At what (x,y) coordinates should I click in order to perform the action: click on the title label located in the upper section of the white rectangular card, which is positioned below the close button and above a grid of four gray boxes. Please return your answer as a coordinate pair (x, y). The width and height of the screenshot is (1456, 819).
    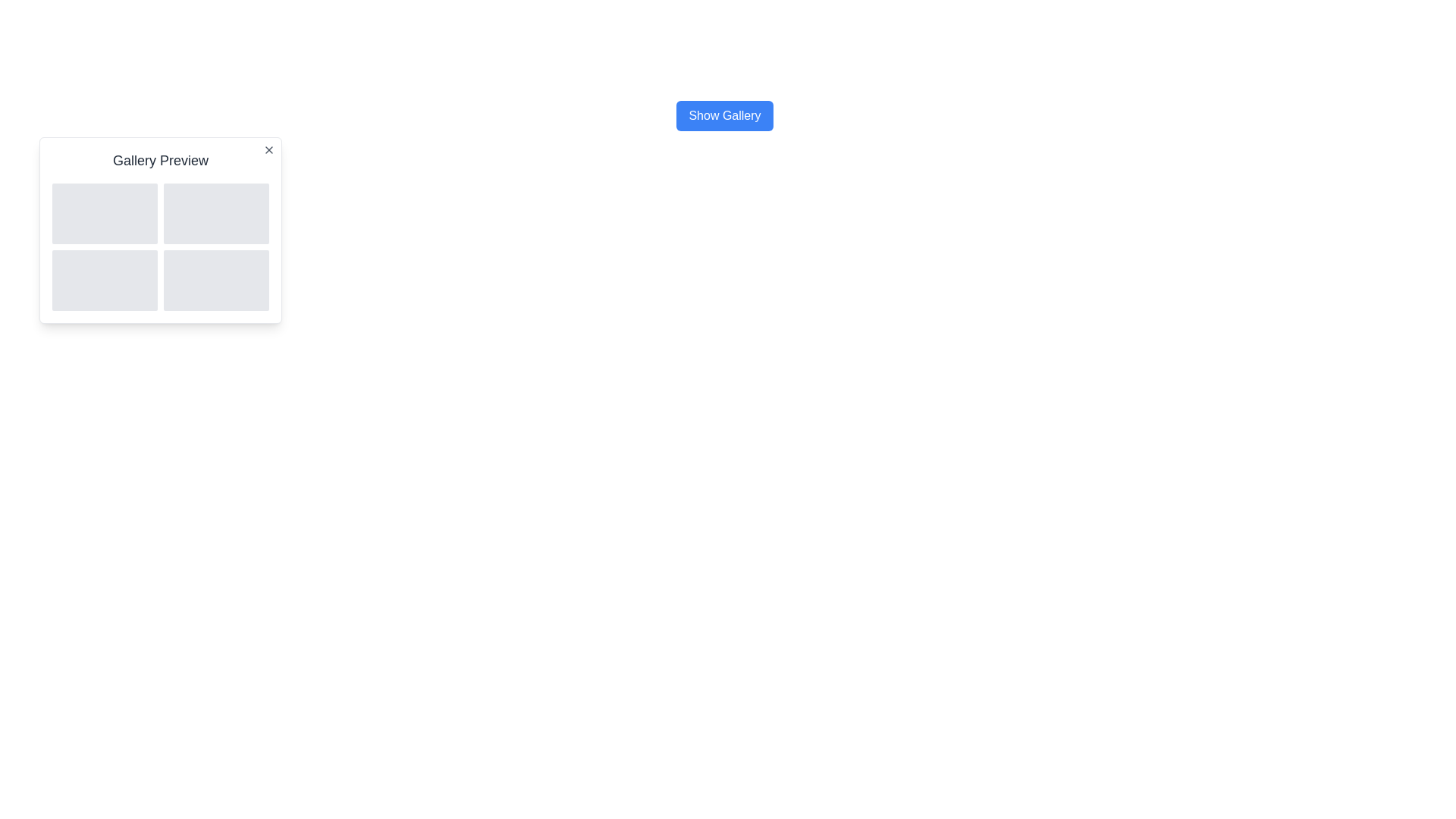
    Looking at the image, I should click on (160, 161).